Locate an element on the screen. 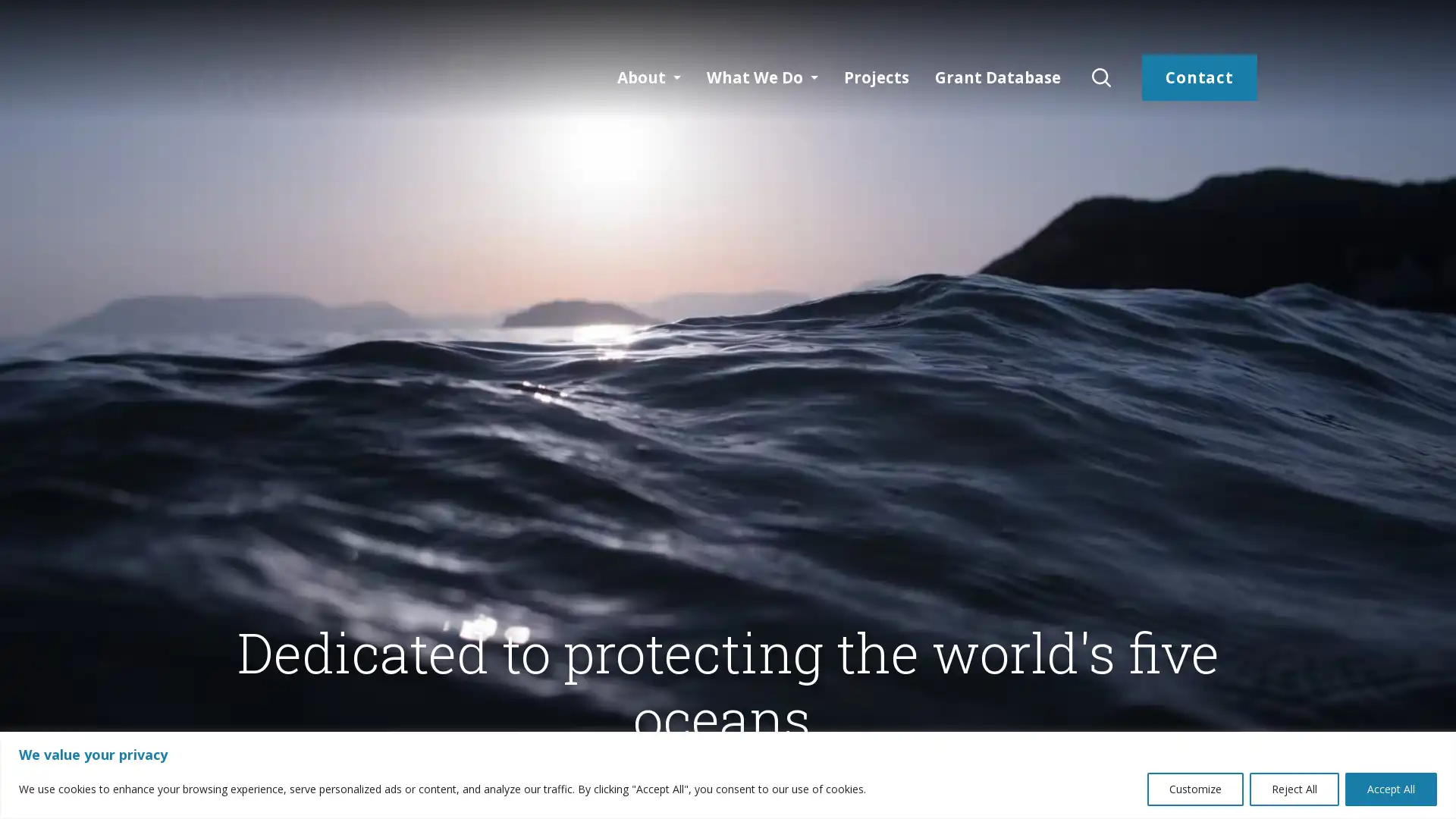 This screenshot has width=1456, height=819. Customize is located at coordinates (1194, 788).